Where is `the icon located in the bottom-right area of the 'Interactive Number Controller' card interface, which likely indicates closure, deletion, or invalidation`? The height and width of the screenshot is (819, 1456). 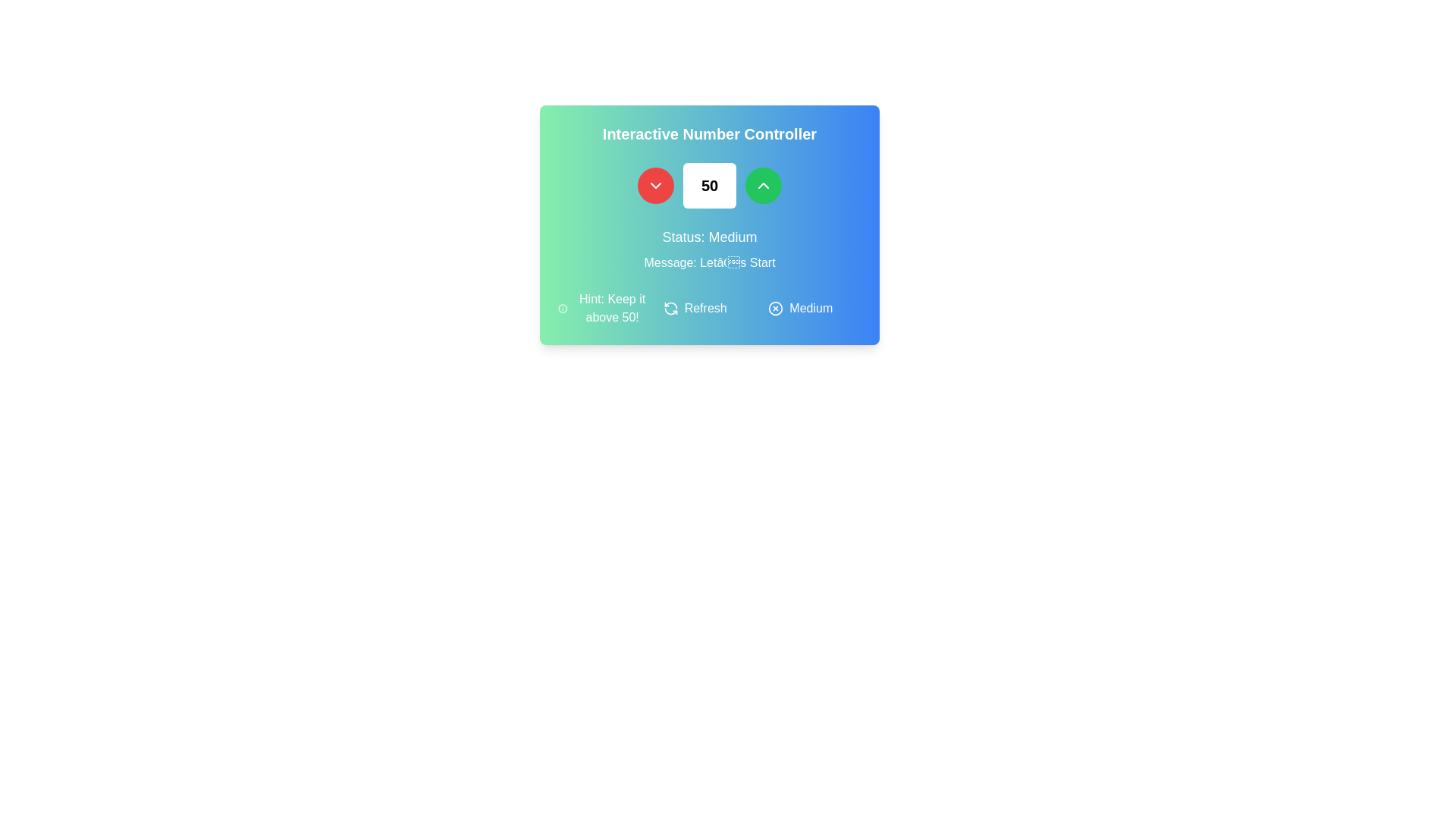 the icon located in the bottom-right area of the 'Interactive Number Controller' card interface, which likely indicates closure, deletion, or invalidation is located at coordinates (776, 308).